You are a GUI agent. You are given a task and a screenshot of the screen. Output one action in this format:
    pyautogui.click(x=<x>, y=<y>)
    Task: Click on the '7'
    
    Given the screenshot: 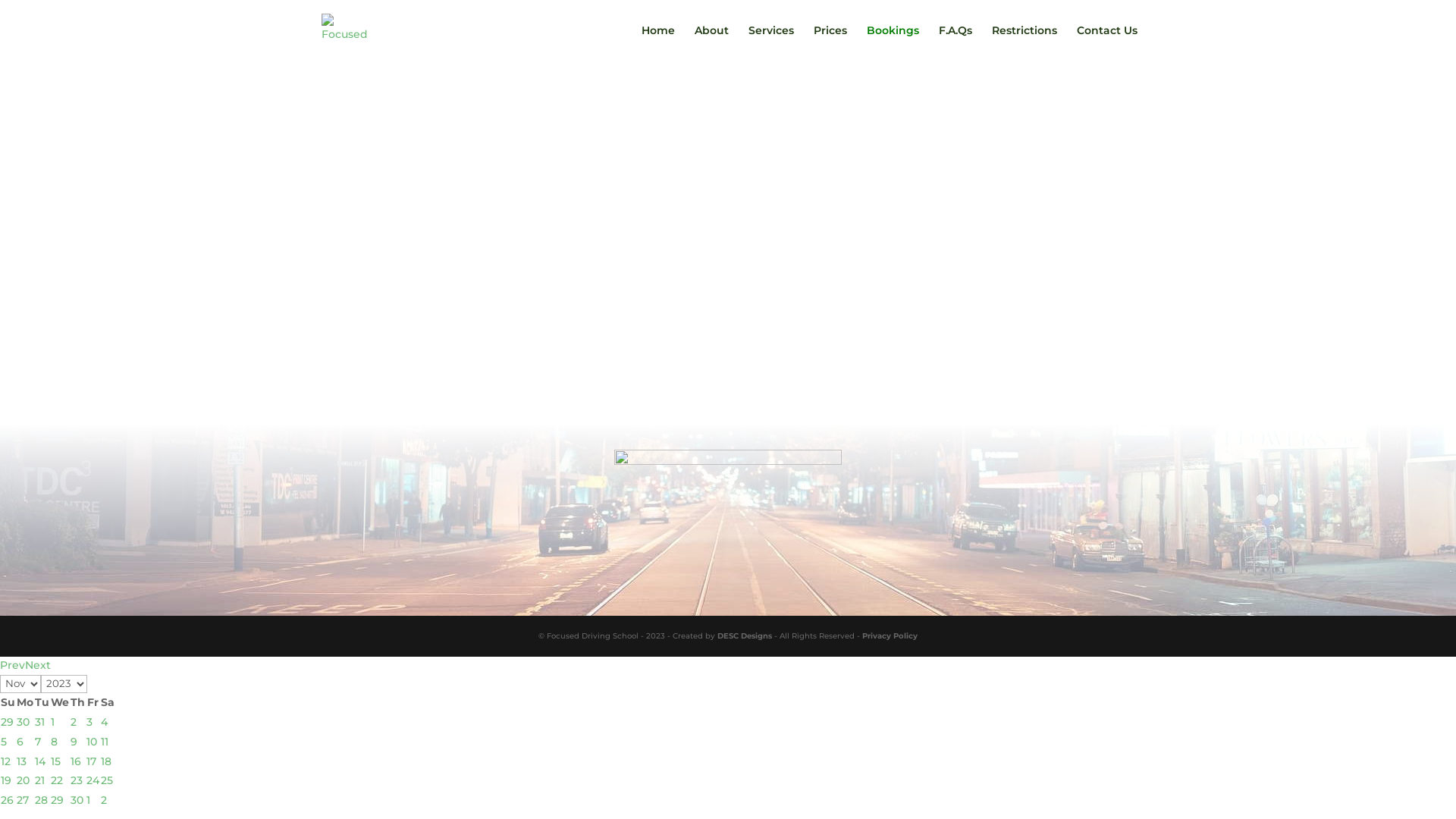 What is the action you would take?
    pyautogui.click(x=35, y=741)
    